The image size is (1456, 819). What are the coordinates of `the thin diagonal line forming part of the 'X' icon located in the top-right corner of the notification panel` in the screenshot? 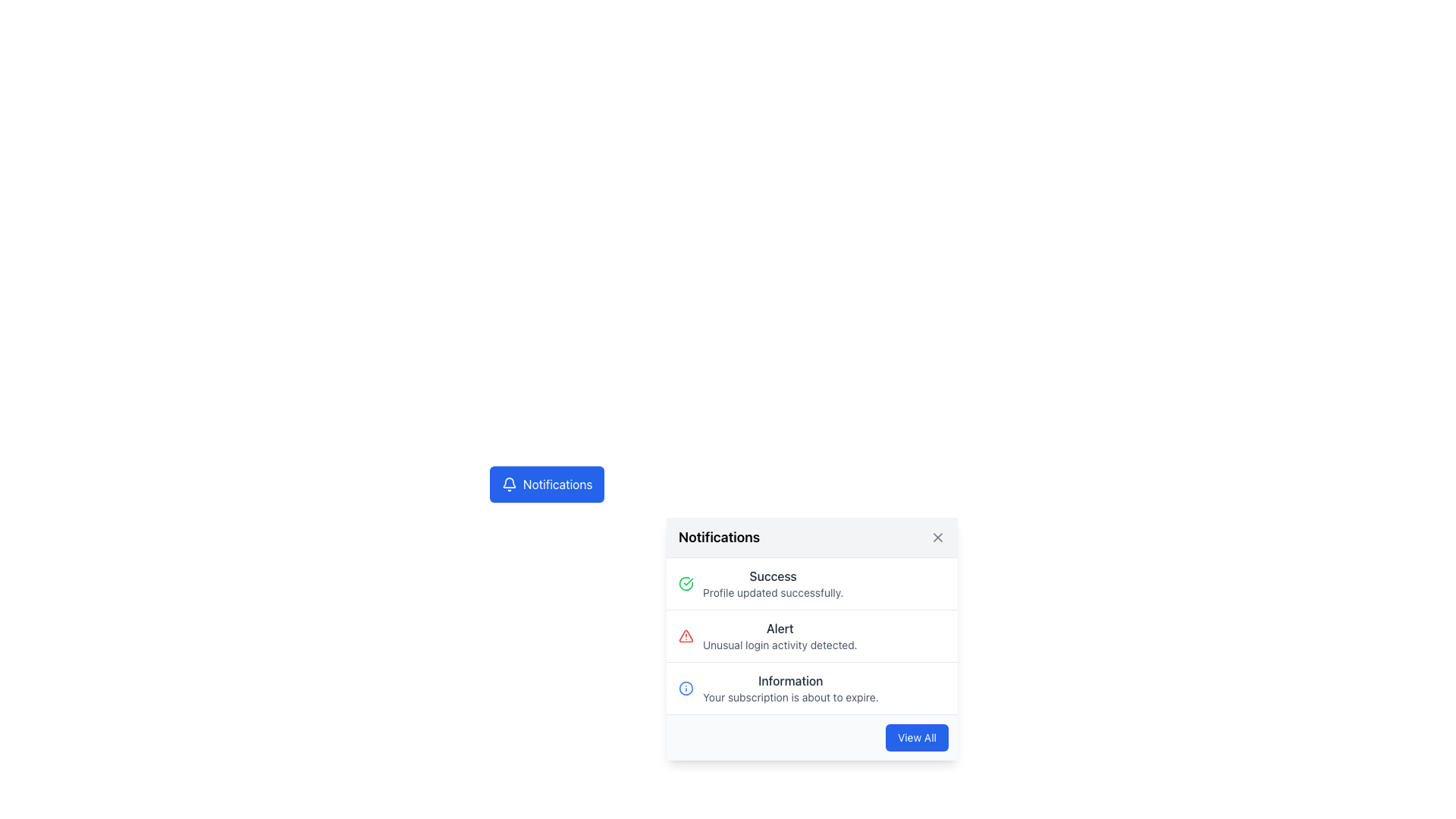 It's located at (937, 537).